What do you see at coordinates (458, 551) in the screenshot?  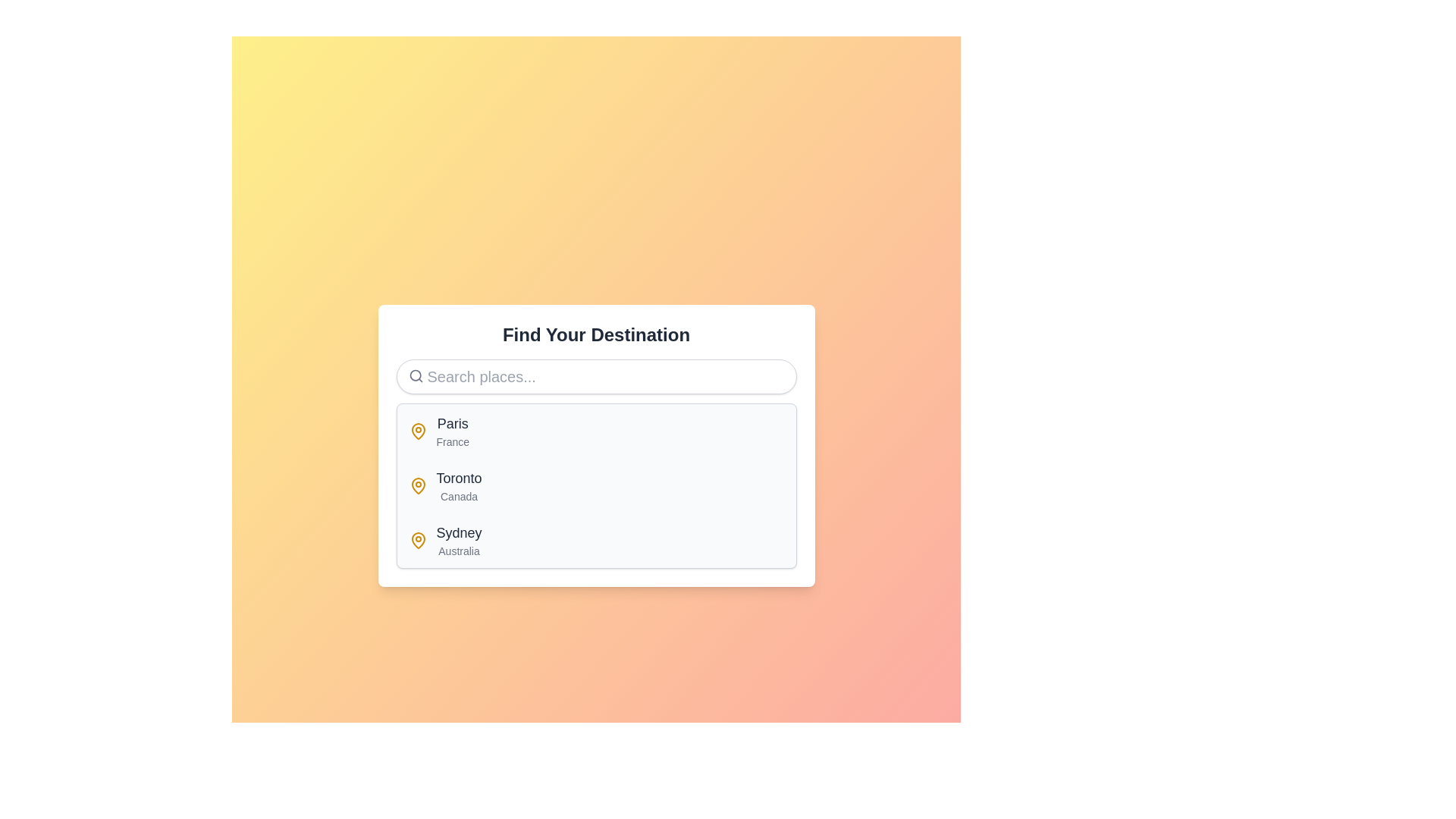 I see `text label displaying 'Australia' which is a small gray font positioned under the larger text 'Sydney' in the list of destinations` at bounding box center [458, 551].